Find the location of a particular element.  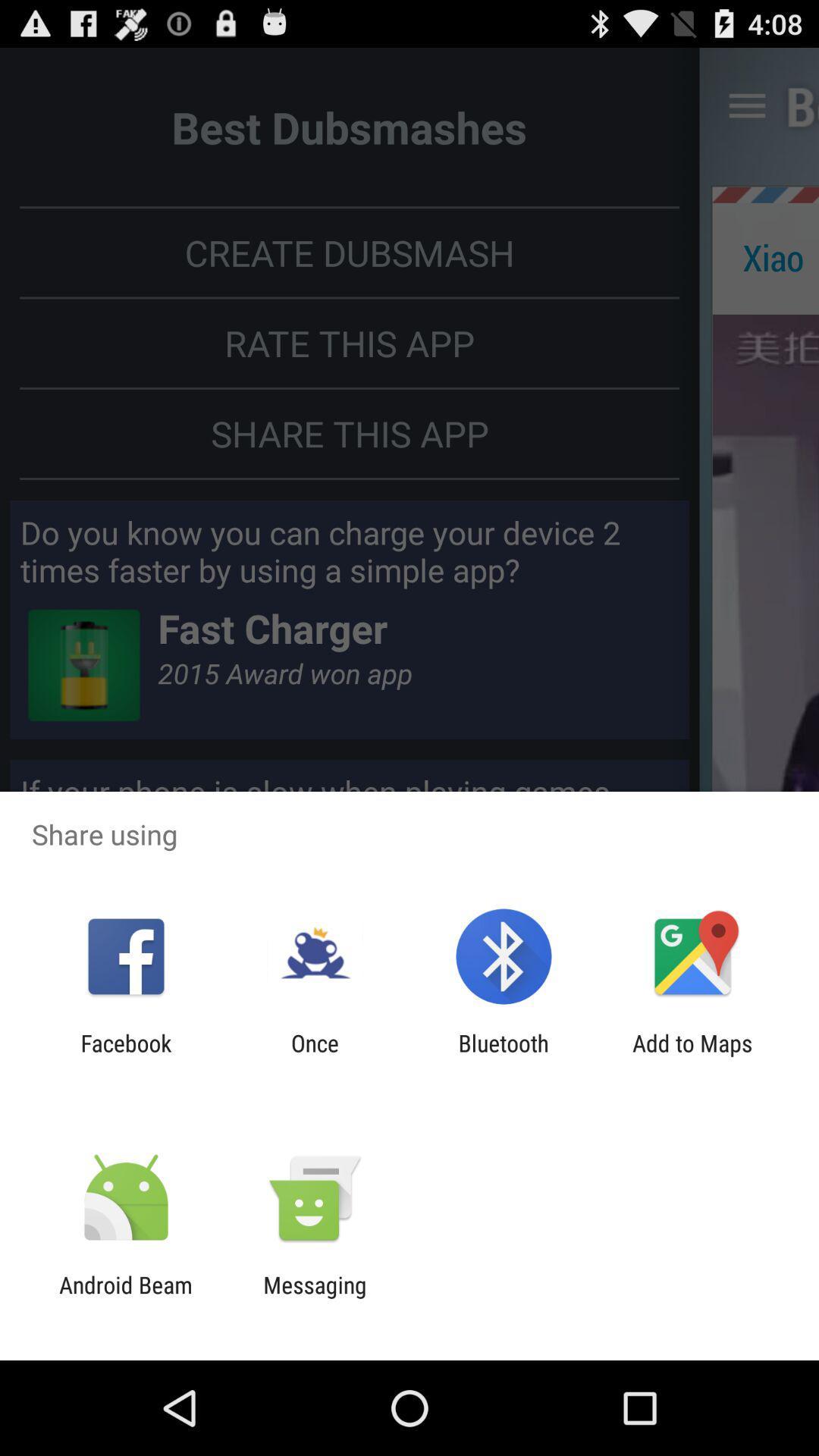

the messaging icon is located at coordinates (314, 1298).